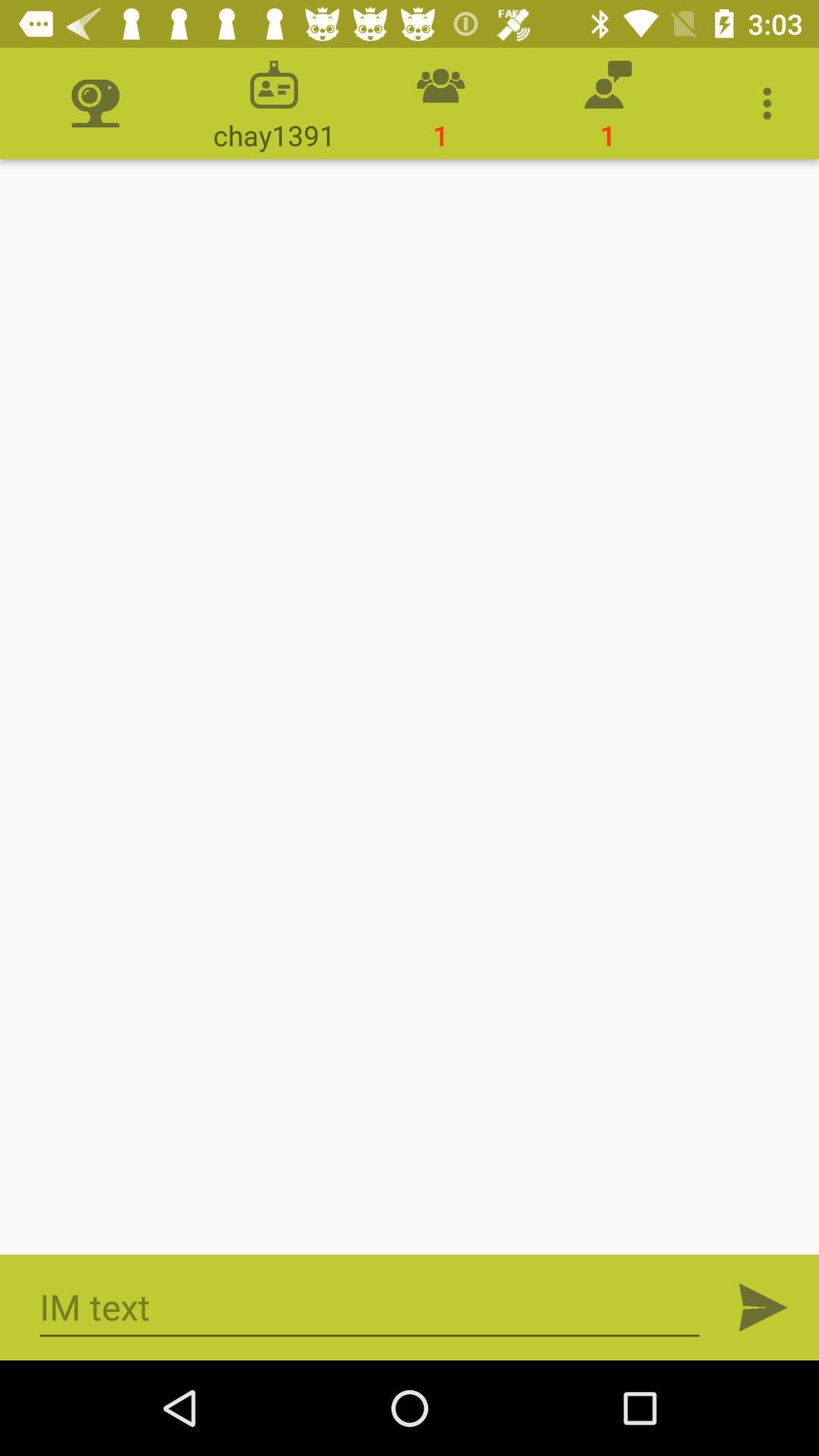 The image size is (819, 1456). What do you see at coordinates (369, 1307) in the screenshot?
I see `write` at bounding box center [369, 1307].